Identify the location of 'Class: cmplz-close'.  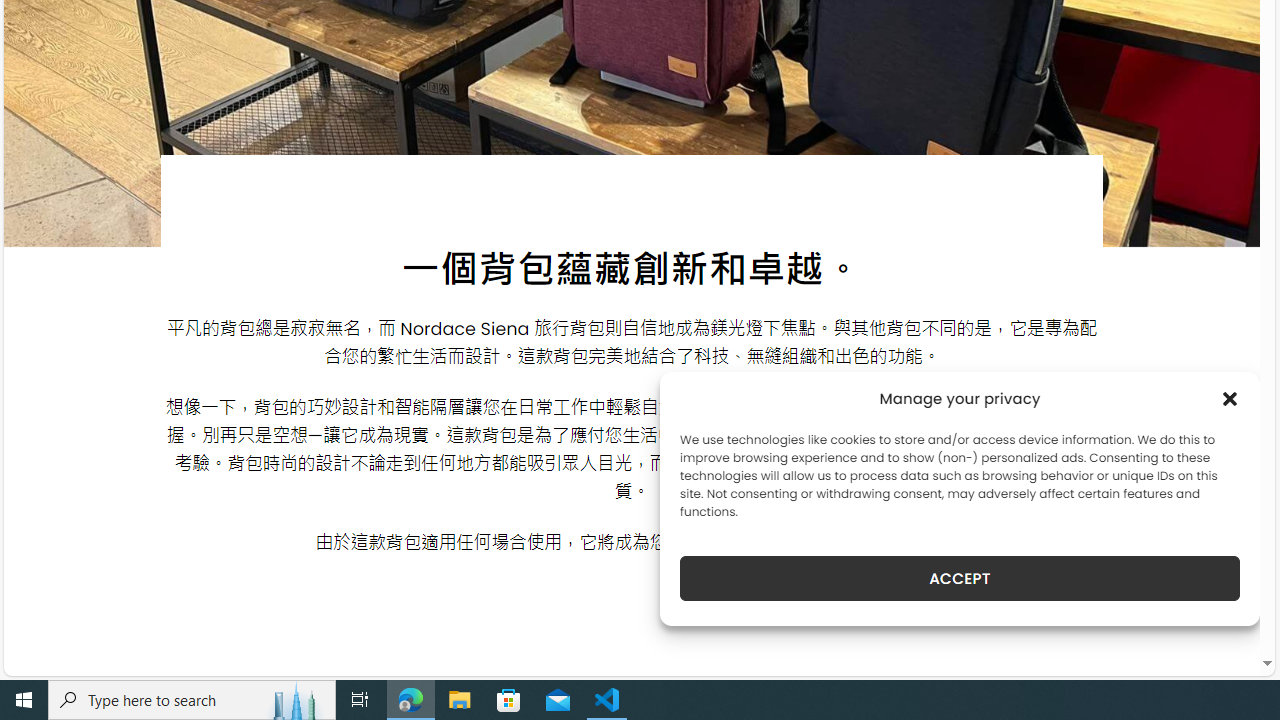
(1229, 398).